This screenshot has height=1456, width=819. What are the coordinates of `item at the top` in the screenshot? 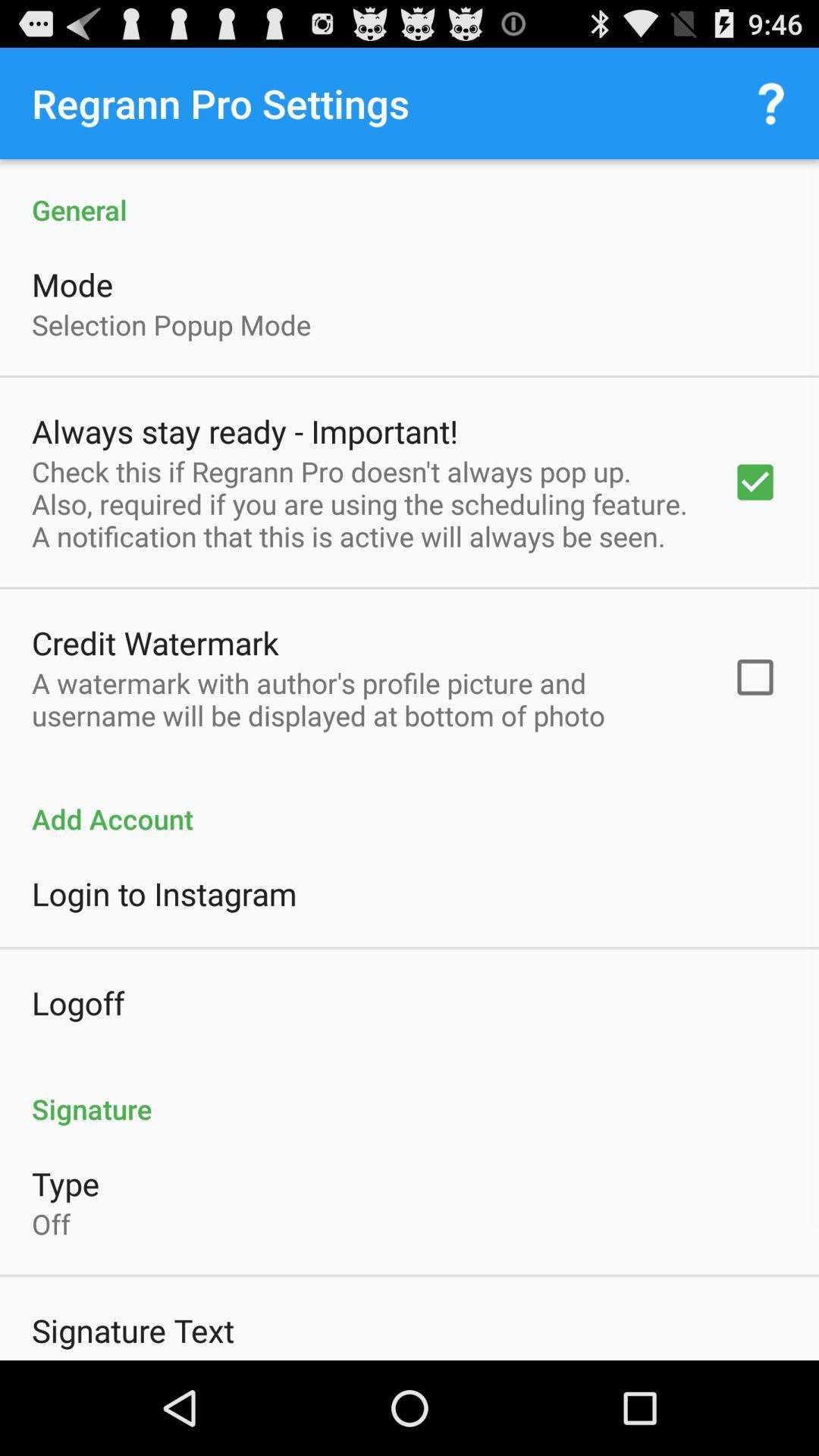 It's located at (409, 193).